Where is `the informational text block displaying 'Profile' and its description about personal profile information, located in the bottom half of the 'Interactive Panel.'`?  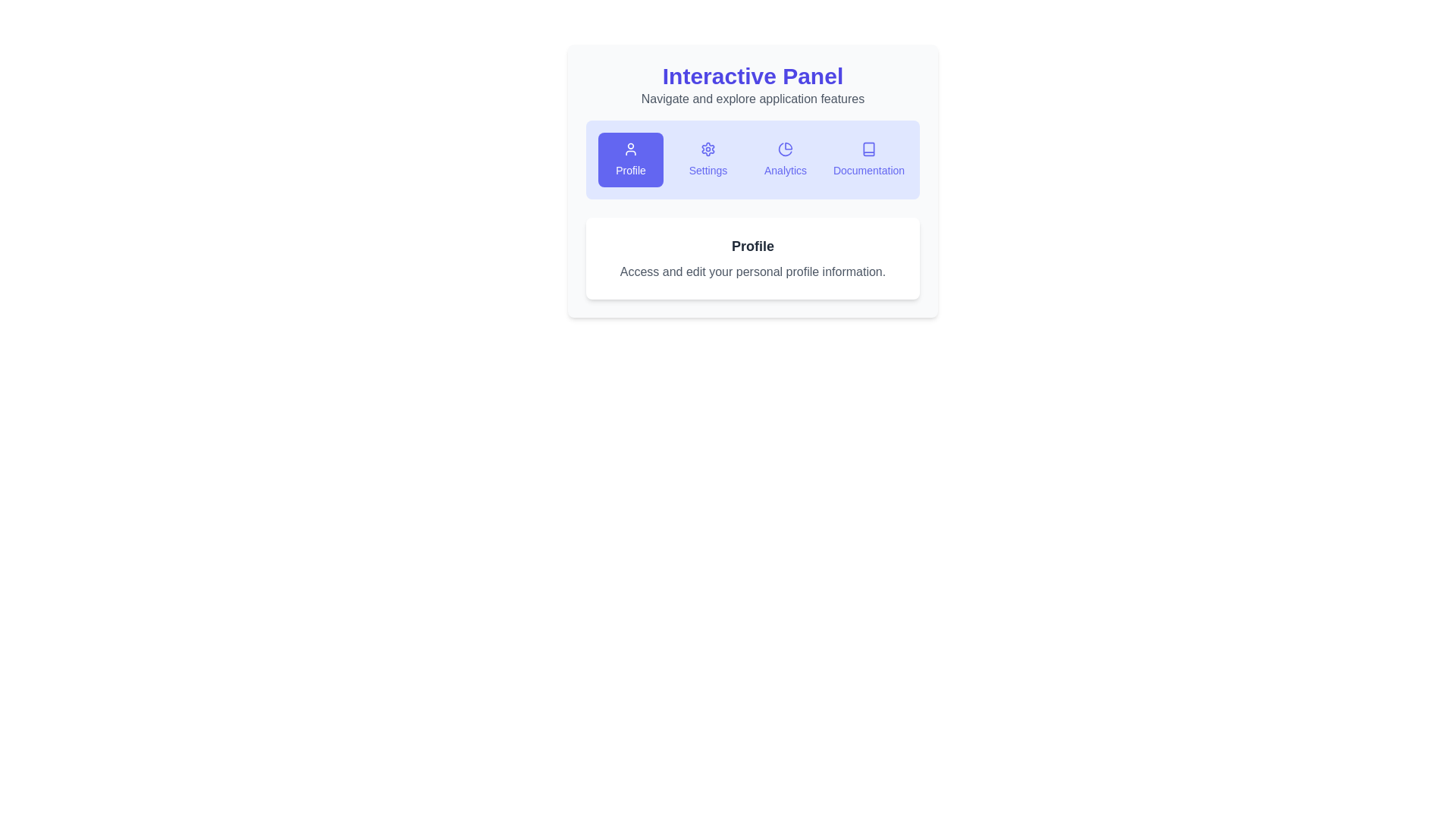 the informational text block displaying 'Profile' and its description about personal profile information, located in the bottom half of the 'Interactive Panel.' is located at coordinates (753, 257).